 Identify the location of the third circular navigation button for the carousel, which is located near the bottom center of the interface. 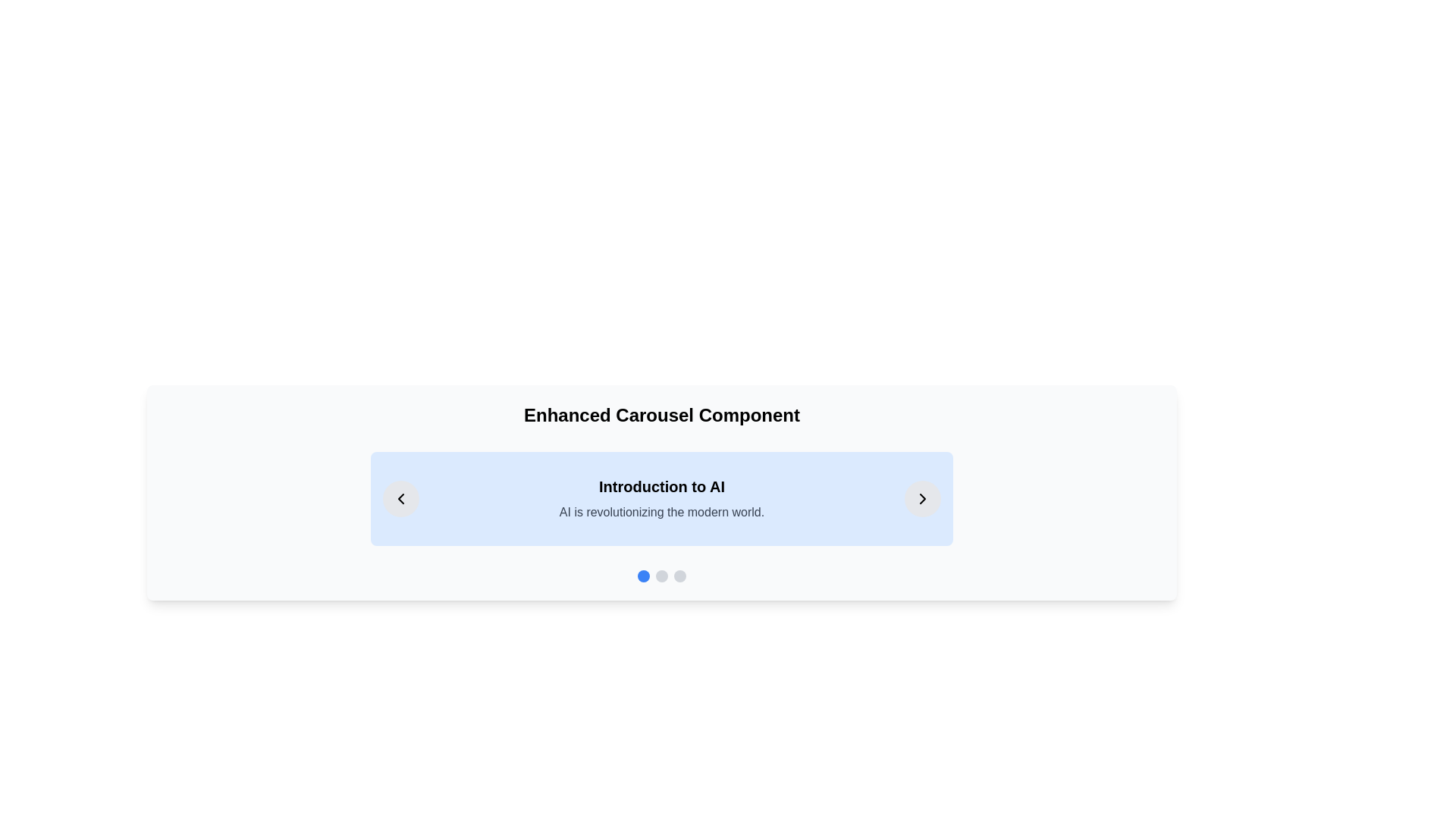
(679, 576).